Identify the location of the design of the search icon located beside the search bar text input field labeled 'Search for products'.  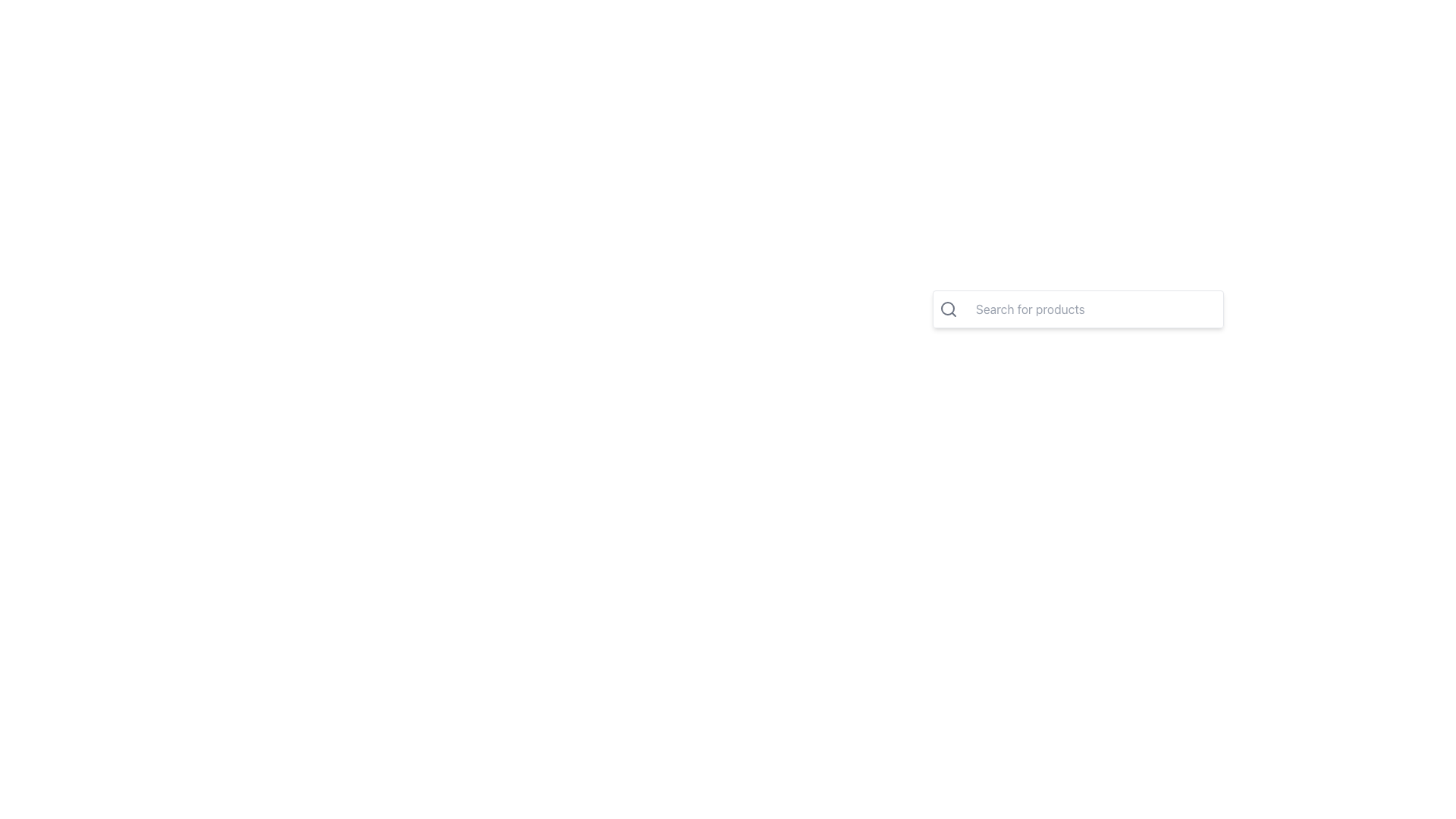
(948, 309).